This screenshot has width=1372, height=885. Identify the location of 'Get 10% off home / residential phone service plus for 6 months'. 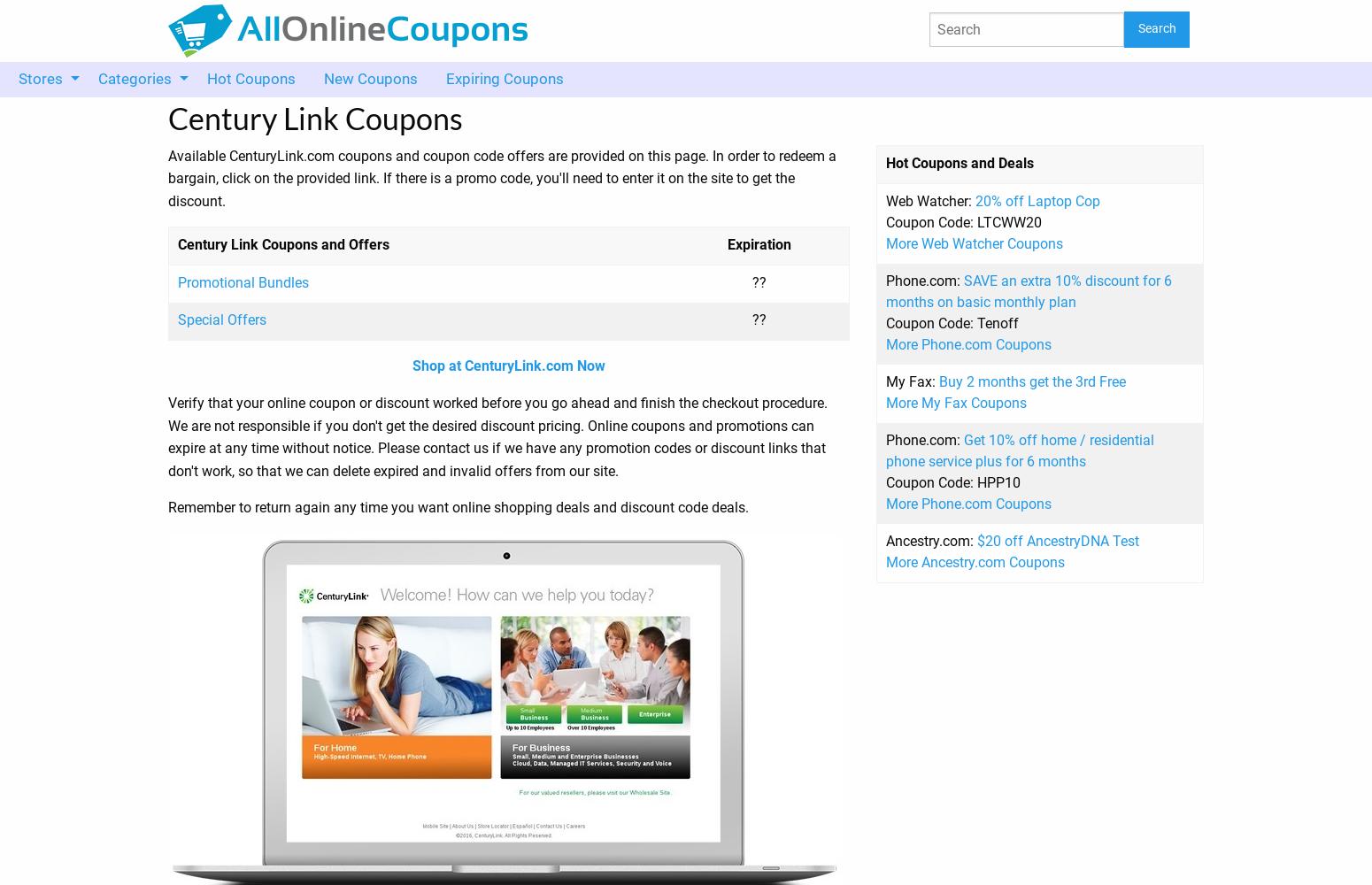
(1019, 450).